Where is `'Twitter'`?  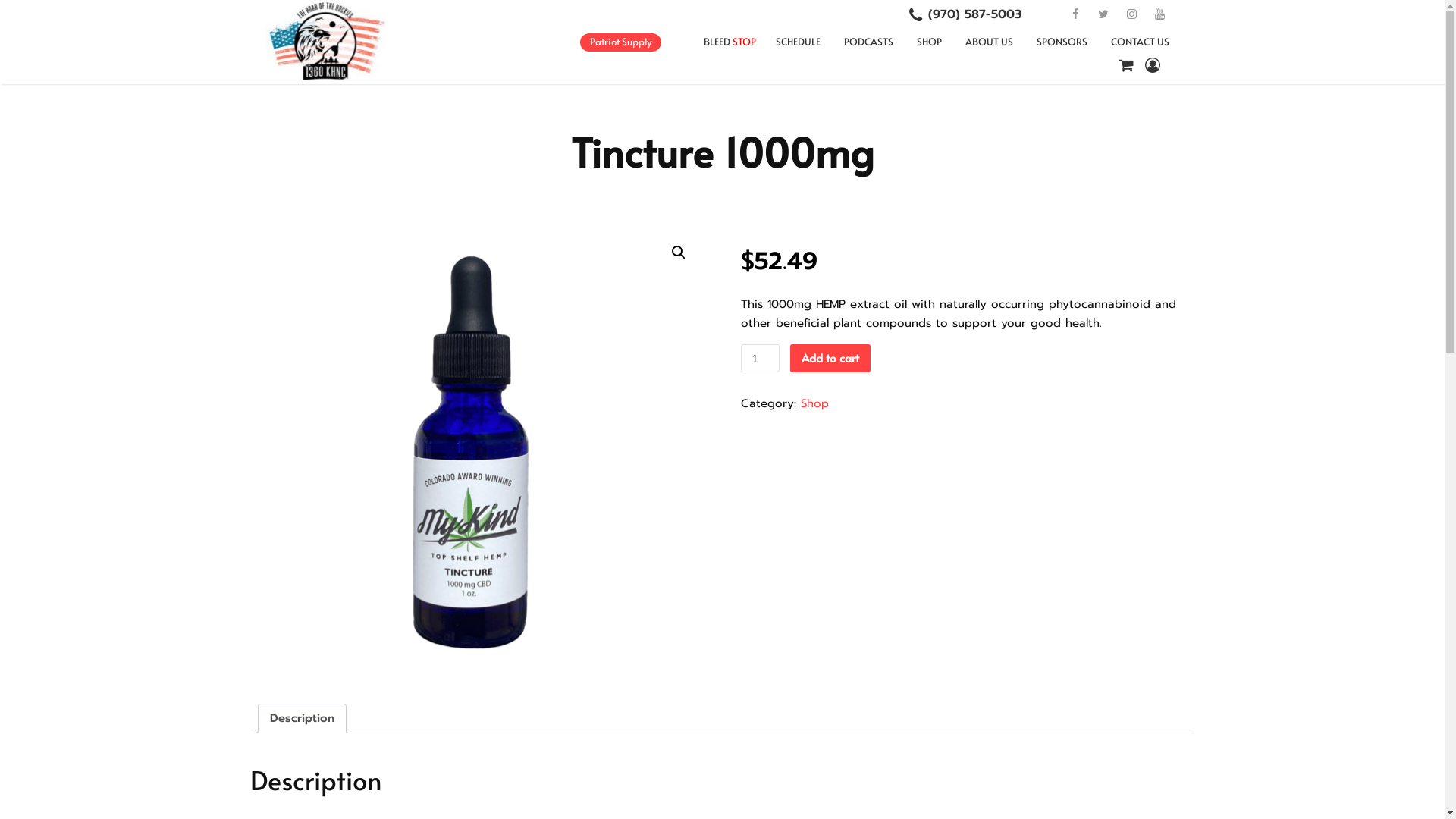
'Twitter' is located at coordinates (1103, 14).